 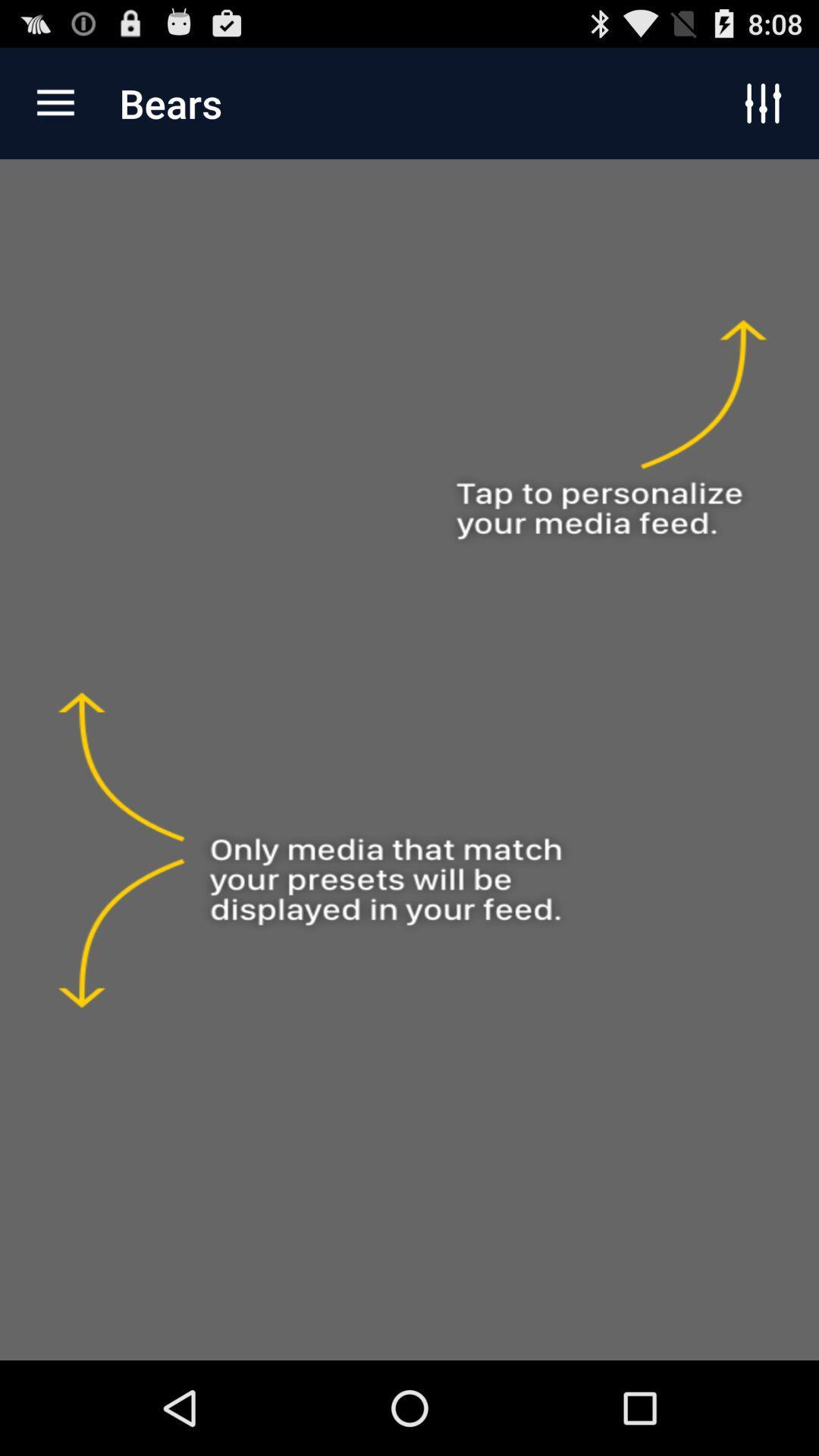 I want to click on the icon next to bears app, so click(x=55, y=102).